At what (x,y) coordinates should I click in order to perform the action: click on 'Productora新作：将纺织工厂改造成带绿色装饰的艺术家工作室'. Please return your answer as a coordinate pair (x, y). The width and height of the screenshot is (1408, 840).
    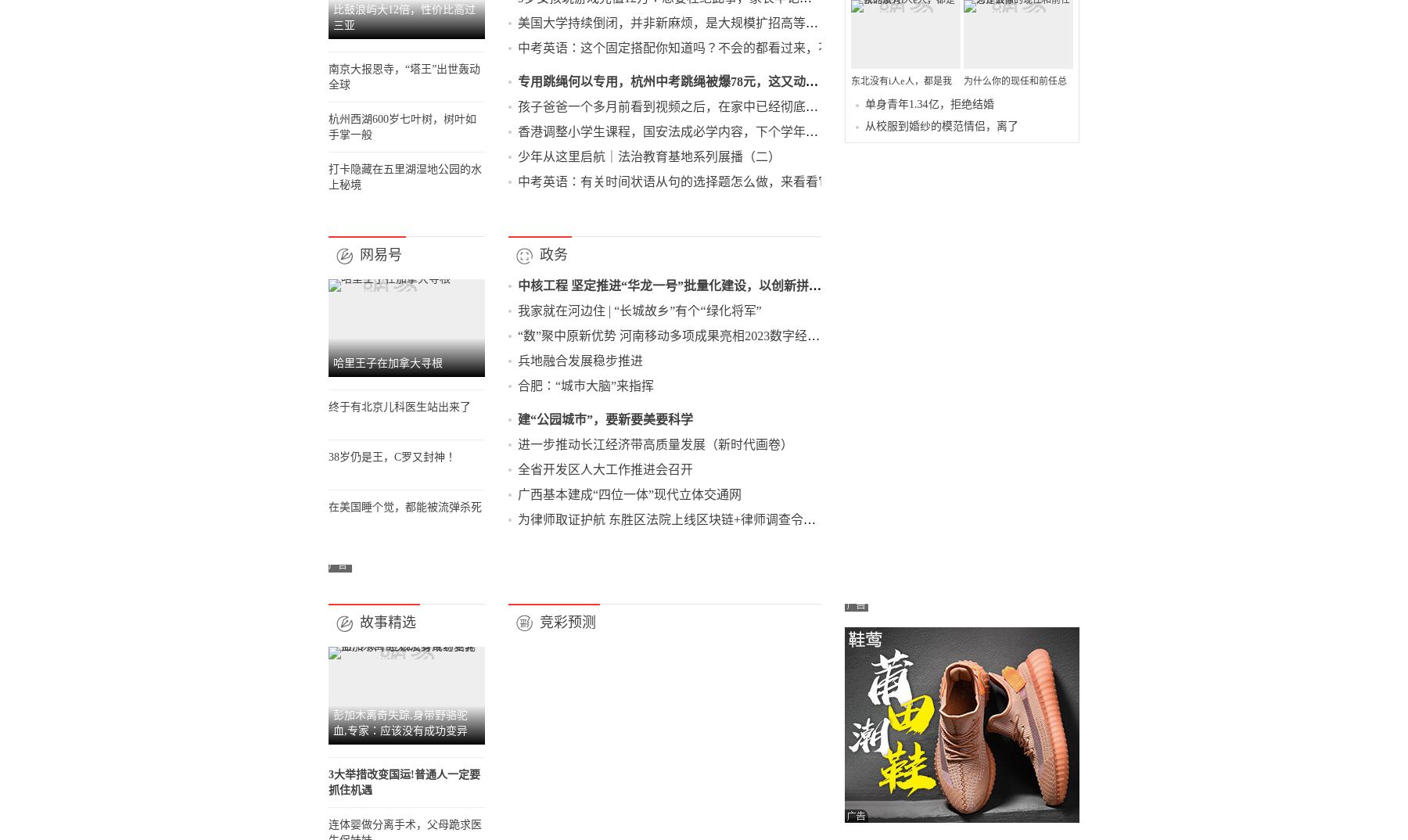
    Looking at the image, I should click on (1108, 17).